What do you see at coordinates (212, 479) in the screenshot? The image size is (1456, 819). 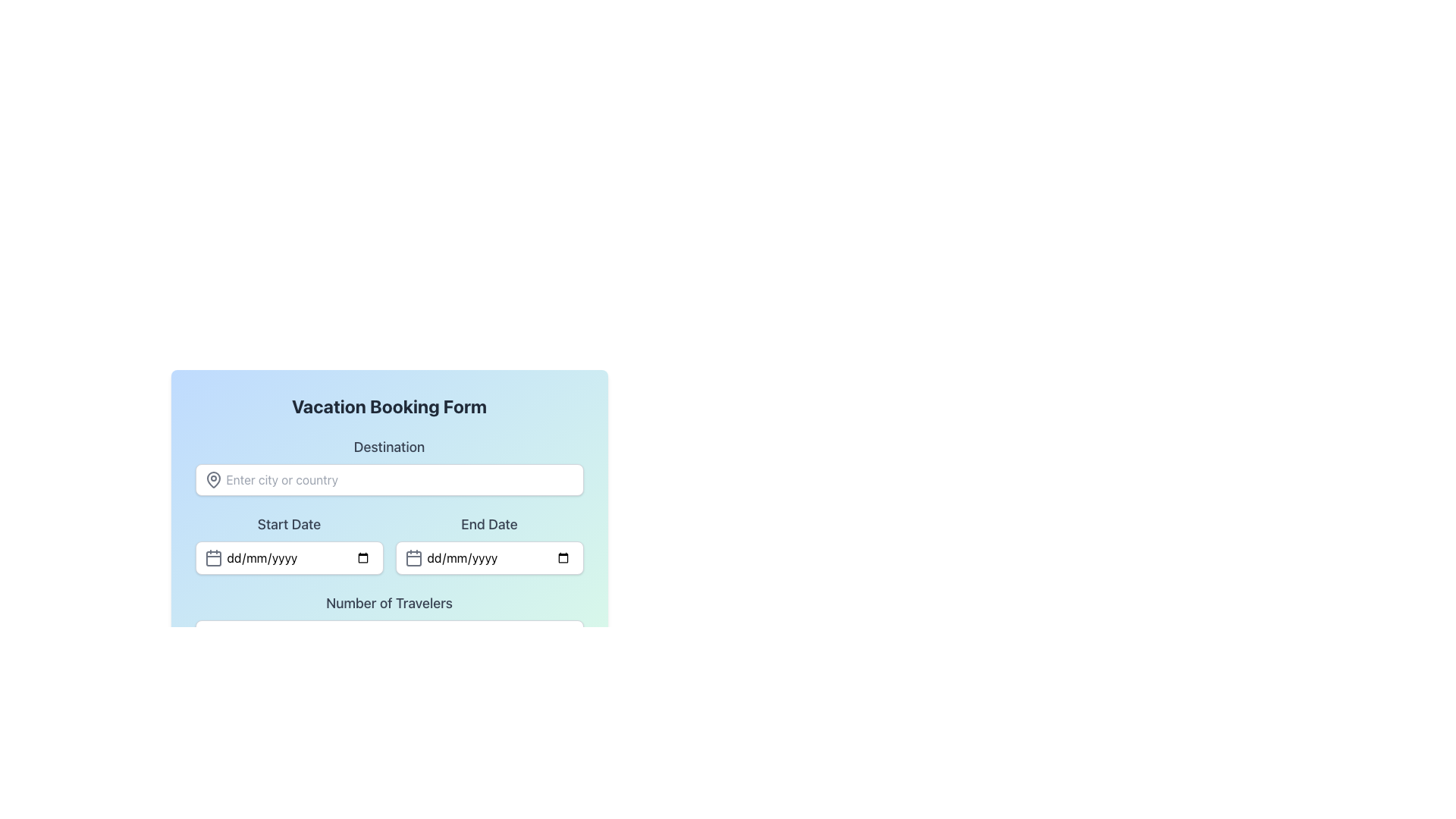 I see `the gray map pin icon located to the left of the 'Enter city or country' text input field in the 'Destination' section of the vacation booking form` at bounding box center [212, 479].